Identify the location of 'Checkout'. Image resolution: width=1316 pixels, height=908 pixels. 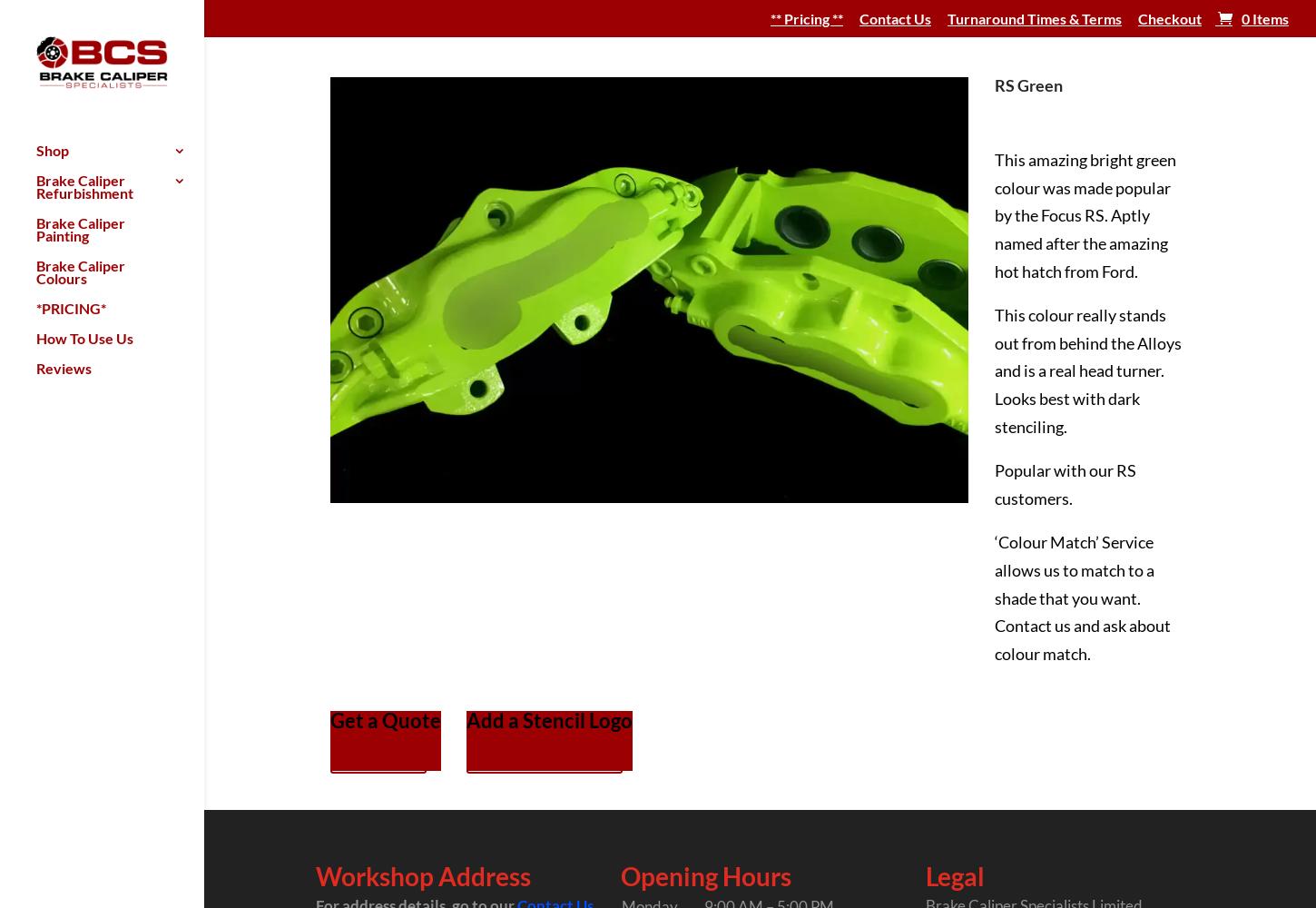
(1170, 18).